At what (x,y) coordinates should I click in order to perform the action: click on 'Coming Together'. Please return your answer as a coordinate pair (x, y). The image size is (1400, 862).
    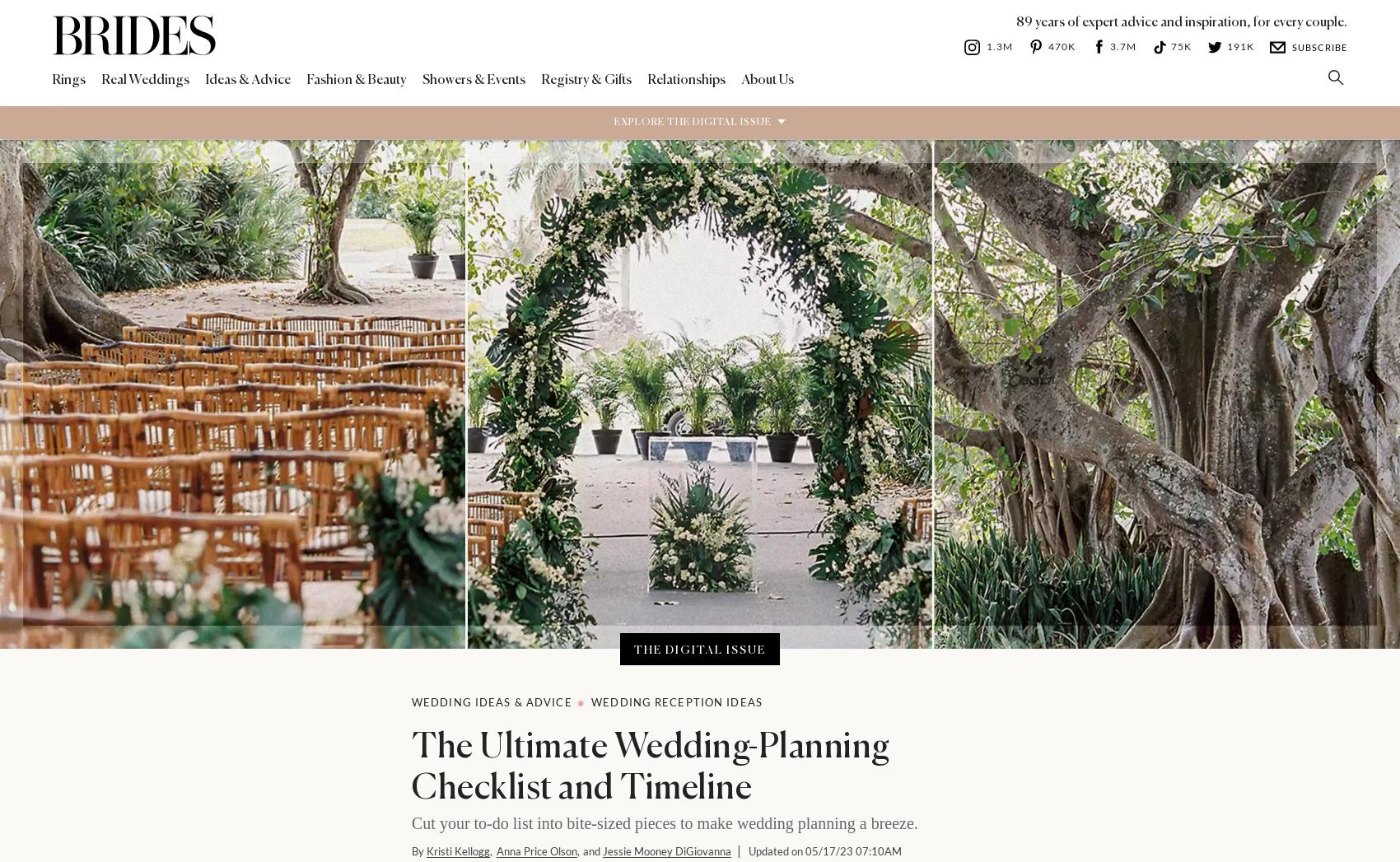
    Looking at the image, I should click on (545, 277).